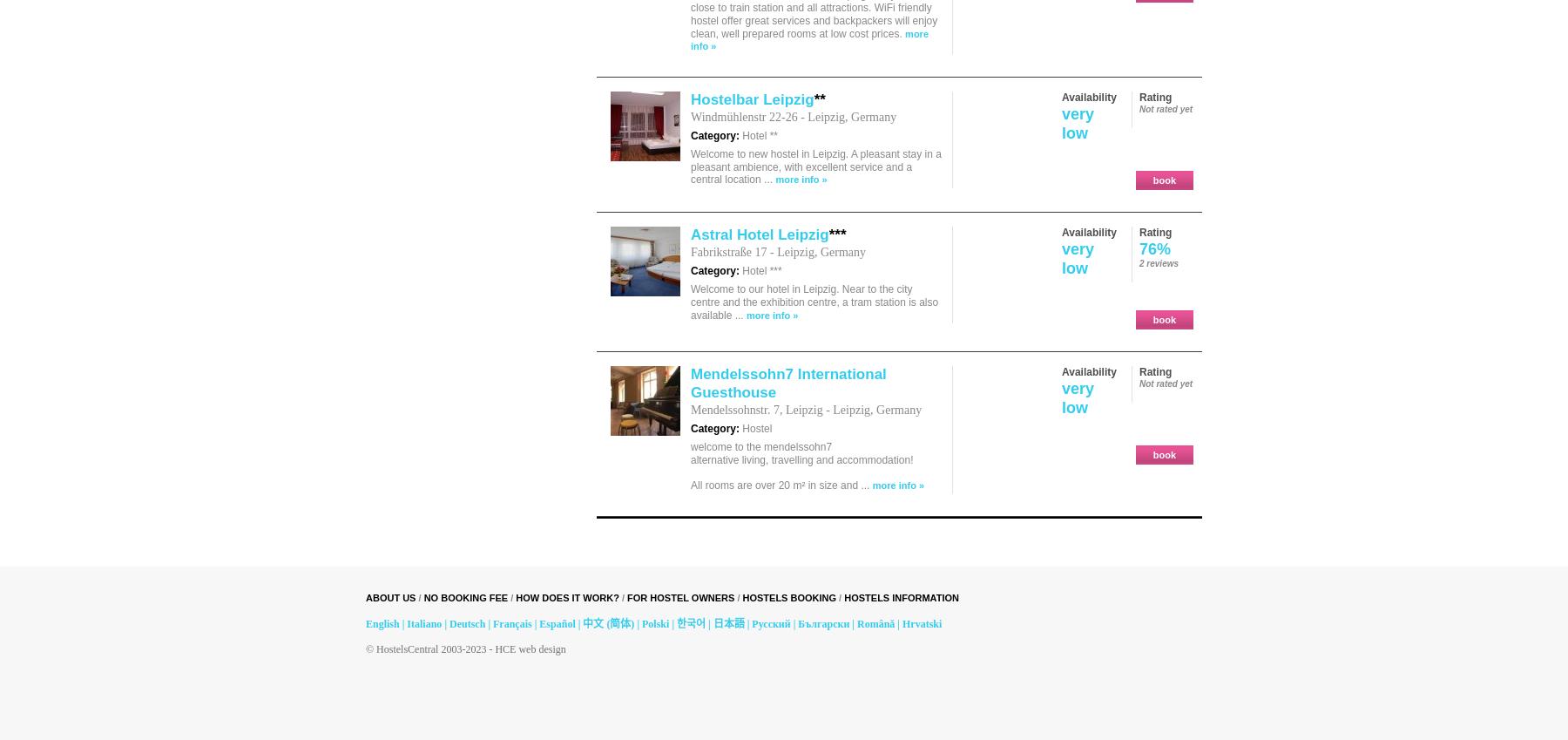 Image resolution: width=1568 pixels, height=740 pixels. What do you see at coordinates (855, 623) in the screenshot?
I see `'Română'` at bounding box center [855, 623].